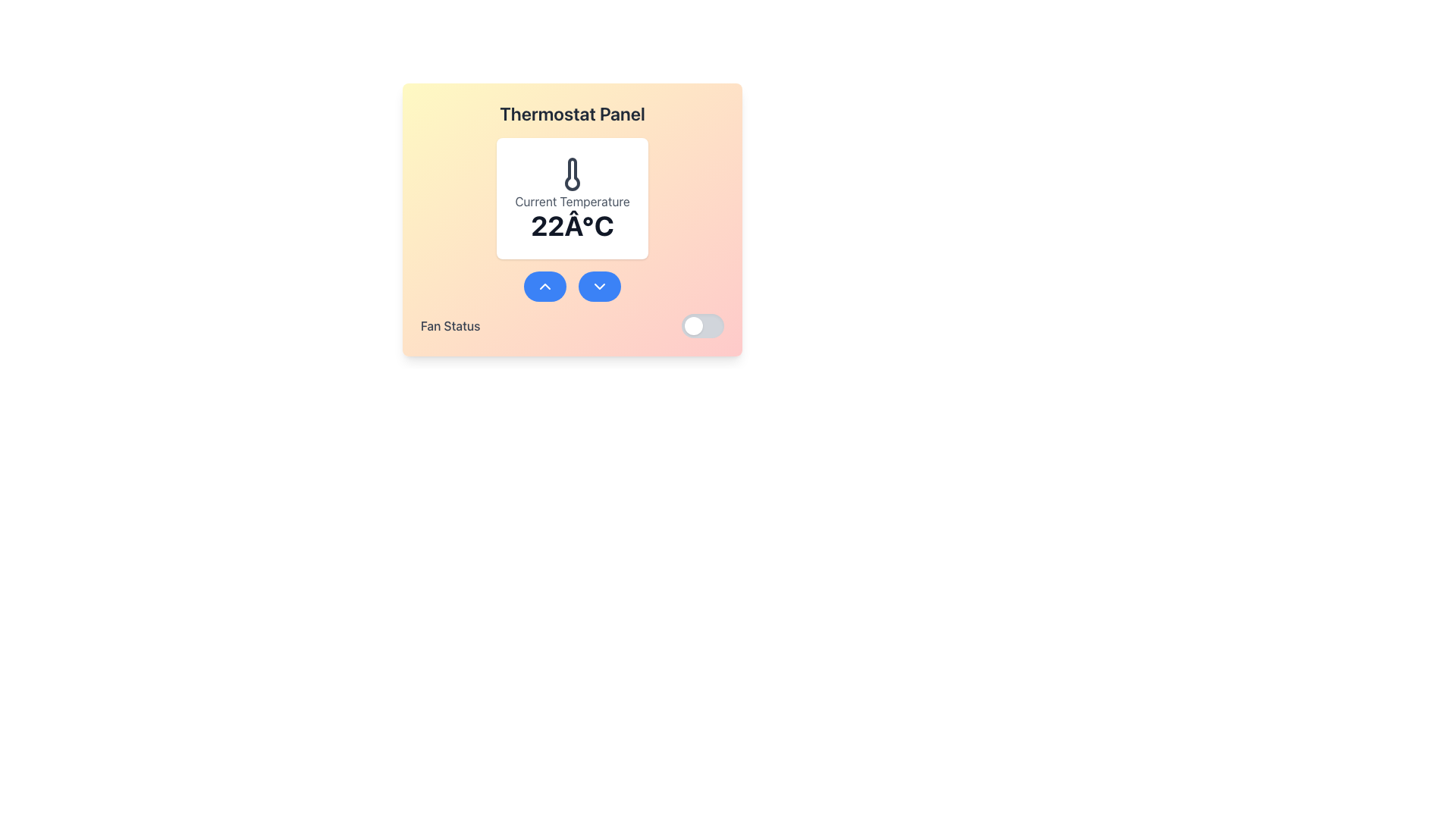 The height and width of the screenshot is (819, 1456). What do you see at coordinates (693, 325) in the screenshot?
I see `the leftmost toggle switch handle` at bounding box center [693, 325].